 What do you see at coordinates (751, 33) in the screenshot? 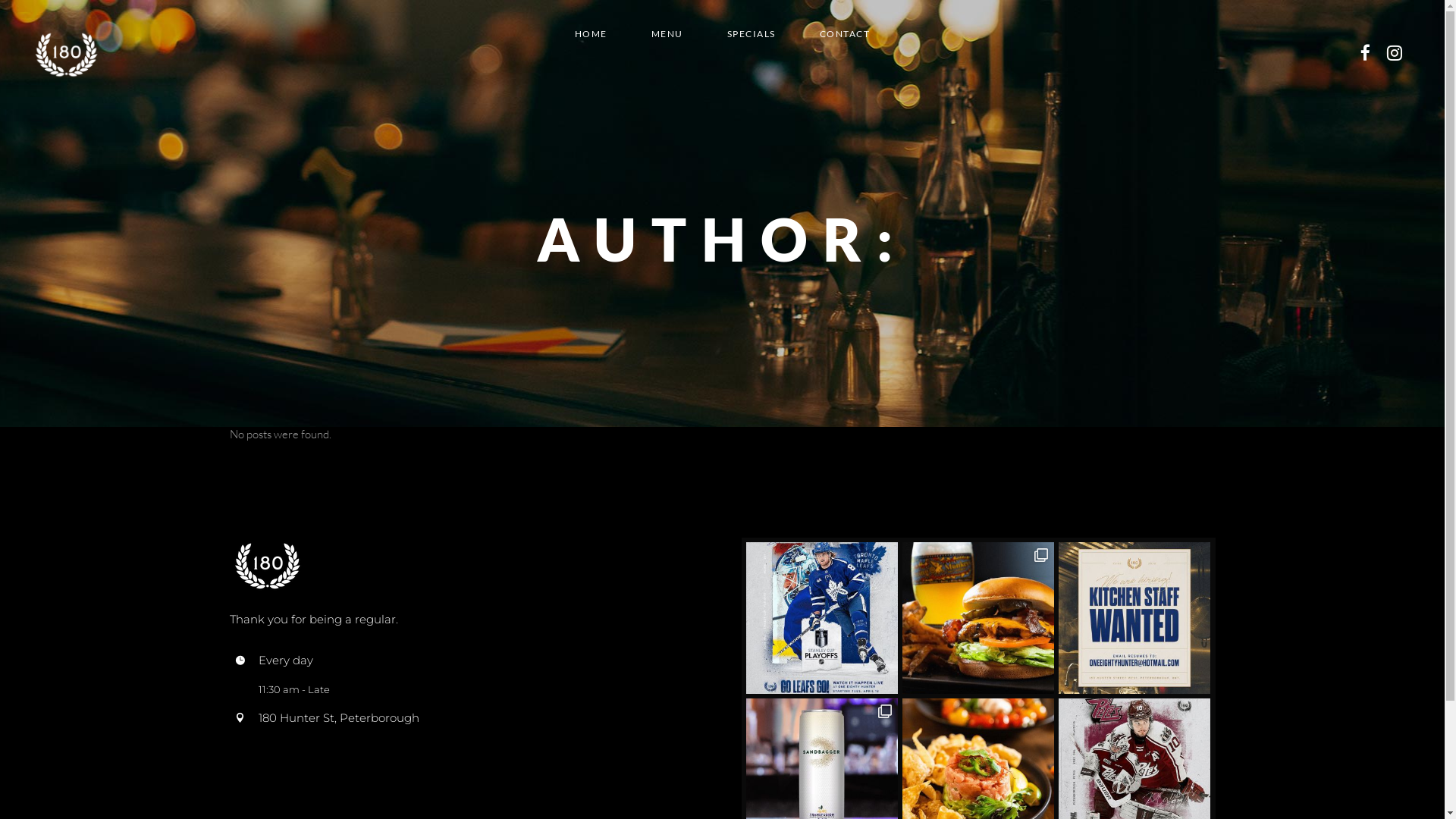
I see `'SPECIALS'` at bounding box center [751, 33].